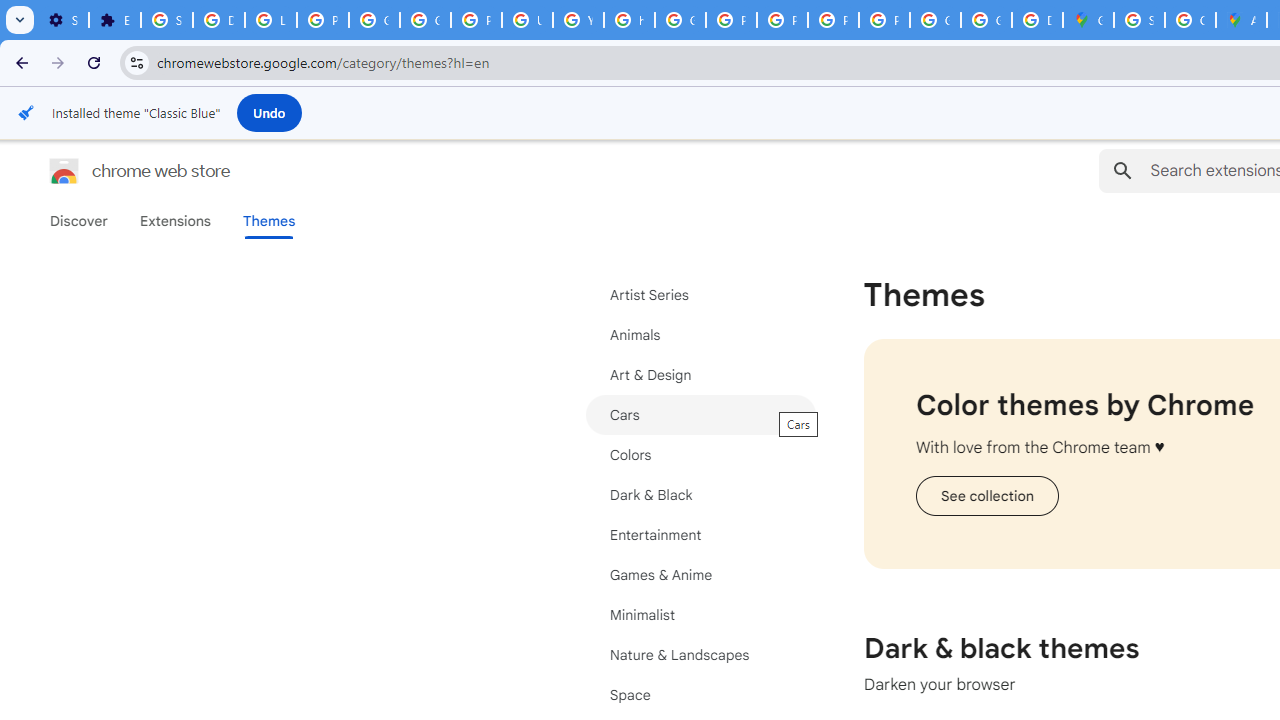 Image resolution: width=1280 pixels, height=720 pixels. What do you see at coordinates (700, 694) in the screenshot?
I see `'Space'` at bounding box center [700, 694].